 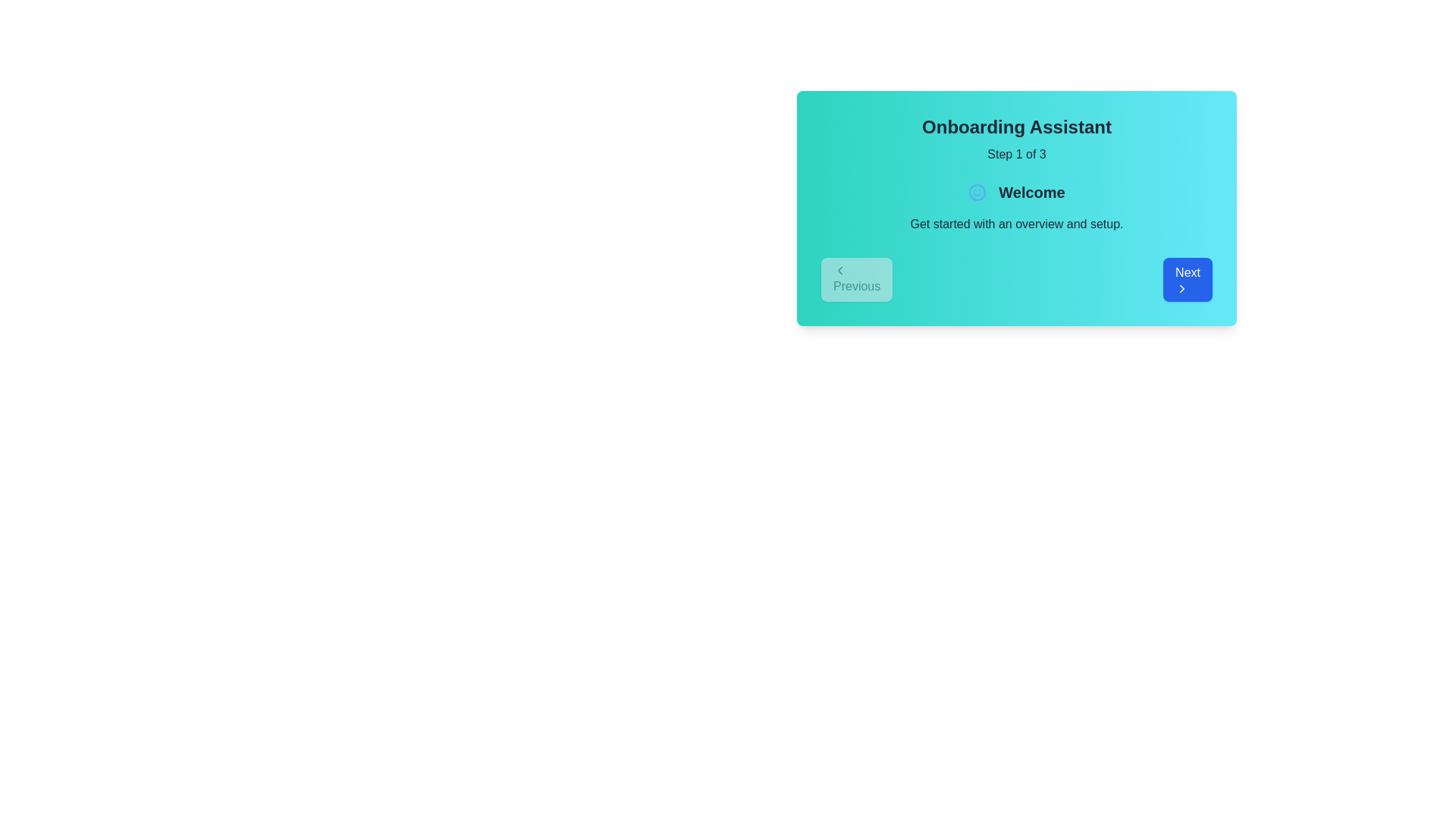 What do you see at coordinates (1016, 140) in the screenshot?
I see `the text element that introduces the user to a multi-step process, indicating the current progress as step 1 out of 3, located at the top center of a rounded rectangular card-like section with a gradient teal-to-cyan background` at bounding box center [1016, 140].